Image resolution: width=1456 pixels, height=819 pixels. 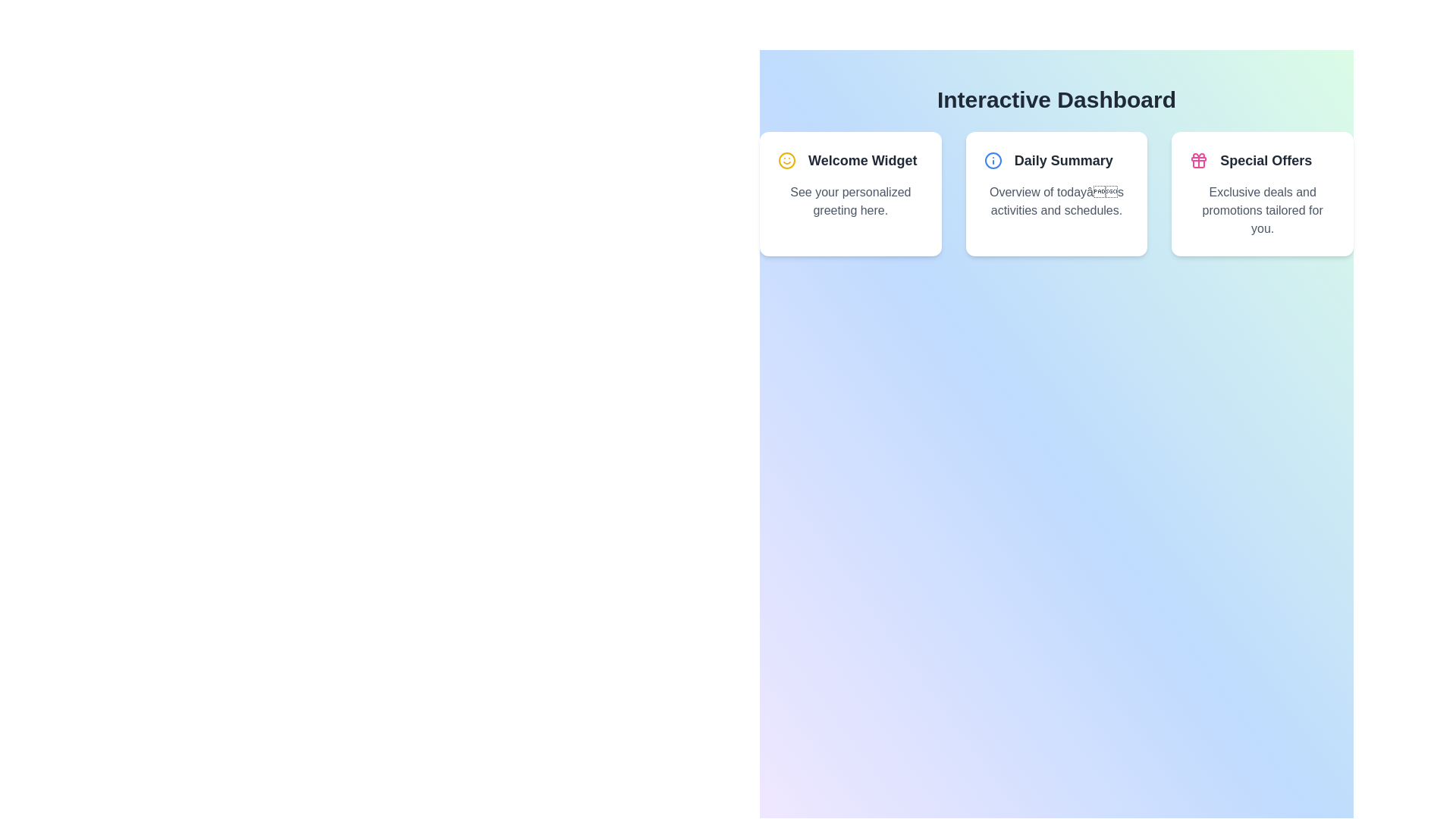 I want to click on the header element with an icon indicating special offers or promotions, located on the rightmost side of the layout, above the description text, so click(x=1263, y=161).